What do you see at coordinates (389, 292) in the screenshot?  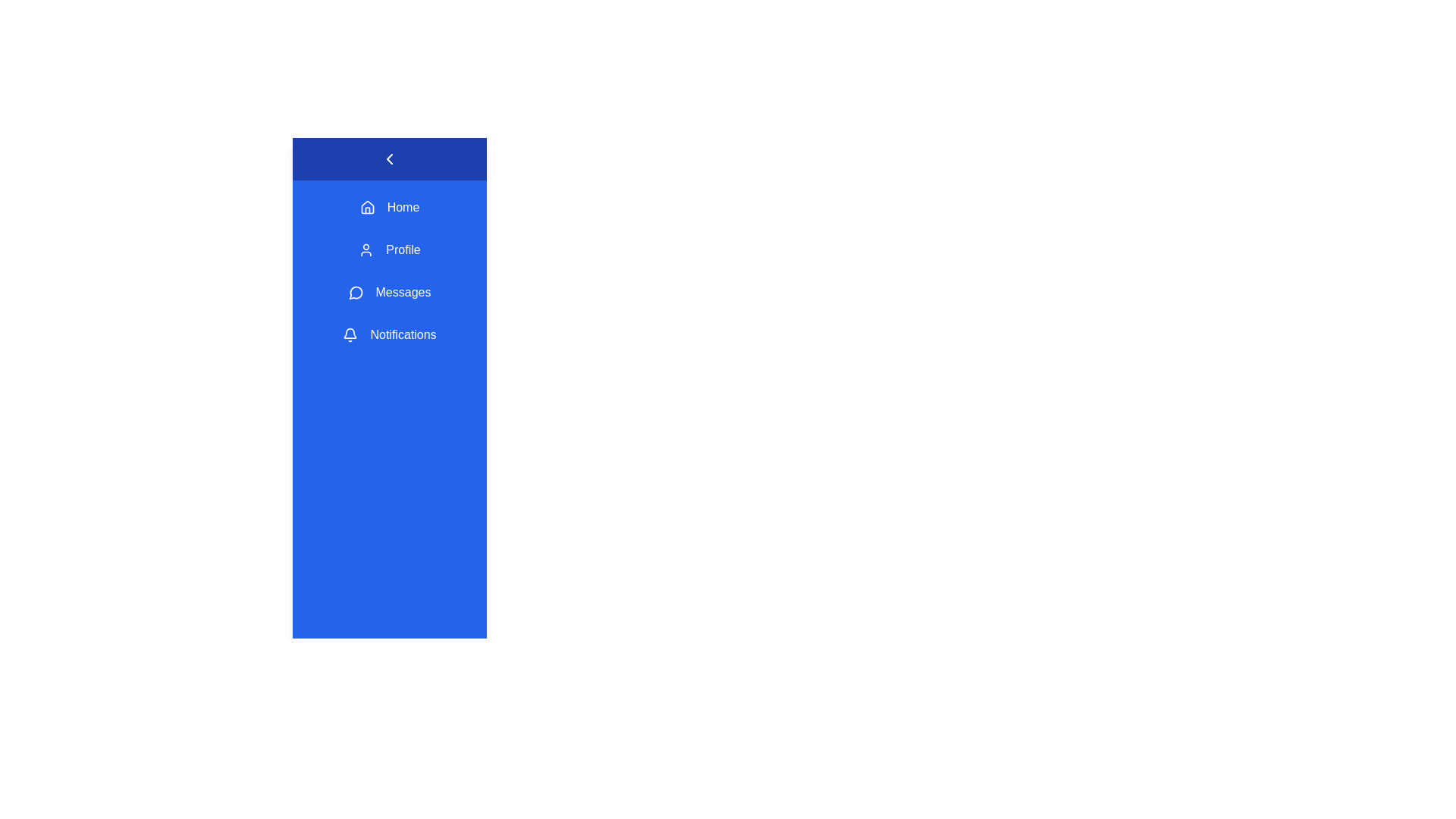 I see `the menu item Messages from the sidebar navigation` at bounding box center [389, 292].